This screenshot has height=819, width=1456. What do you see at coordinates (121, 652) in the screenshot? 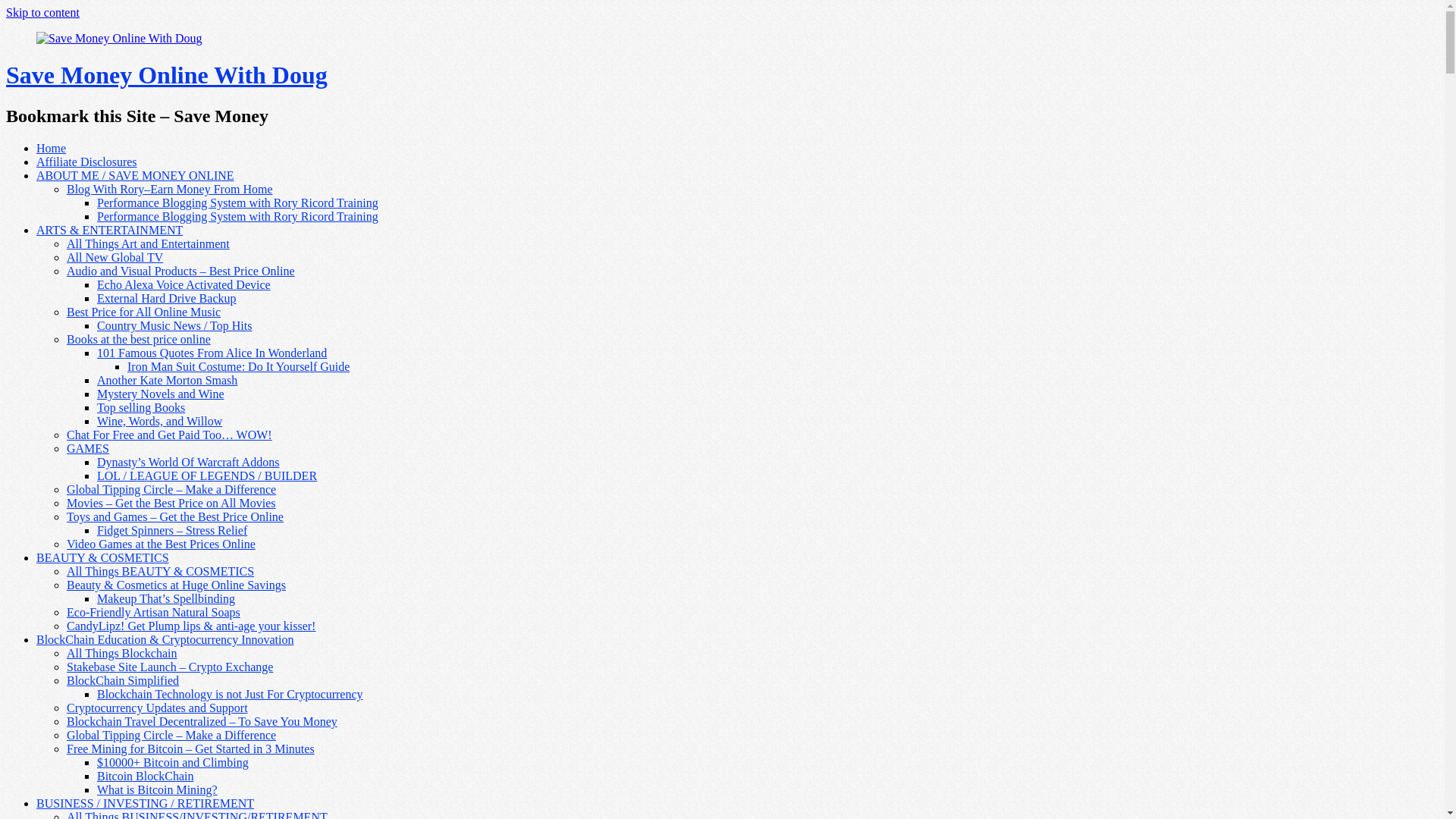
I see `'All Things Blockchain'` at bounding box center [121, 652].